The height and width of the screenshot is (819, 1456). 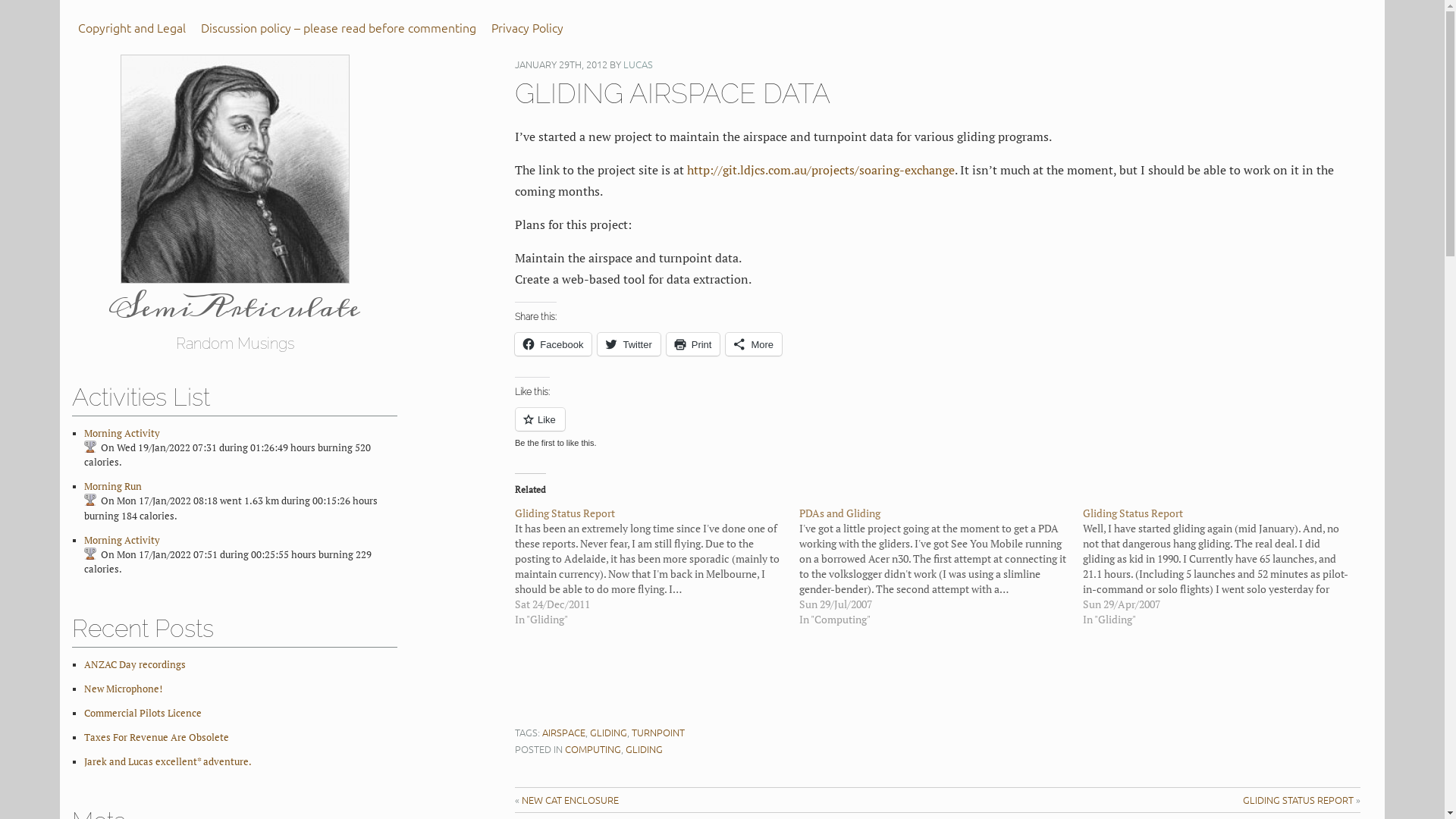 I want to click on 'GLIDING', so click(x=644, y=748).